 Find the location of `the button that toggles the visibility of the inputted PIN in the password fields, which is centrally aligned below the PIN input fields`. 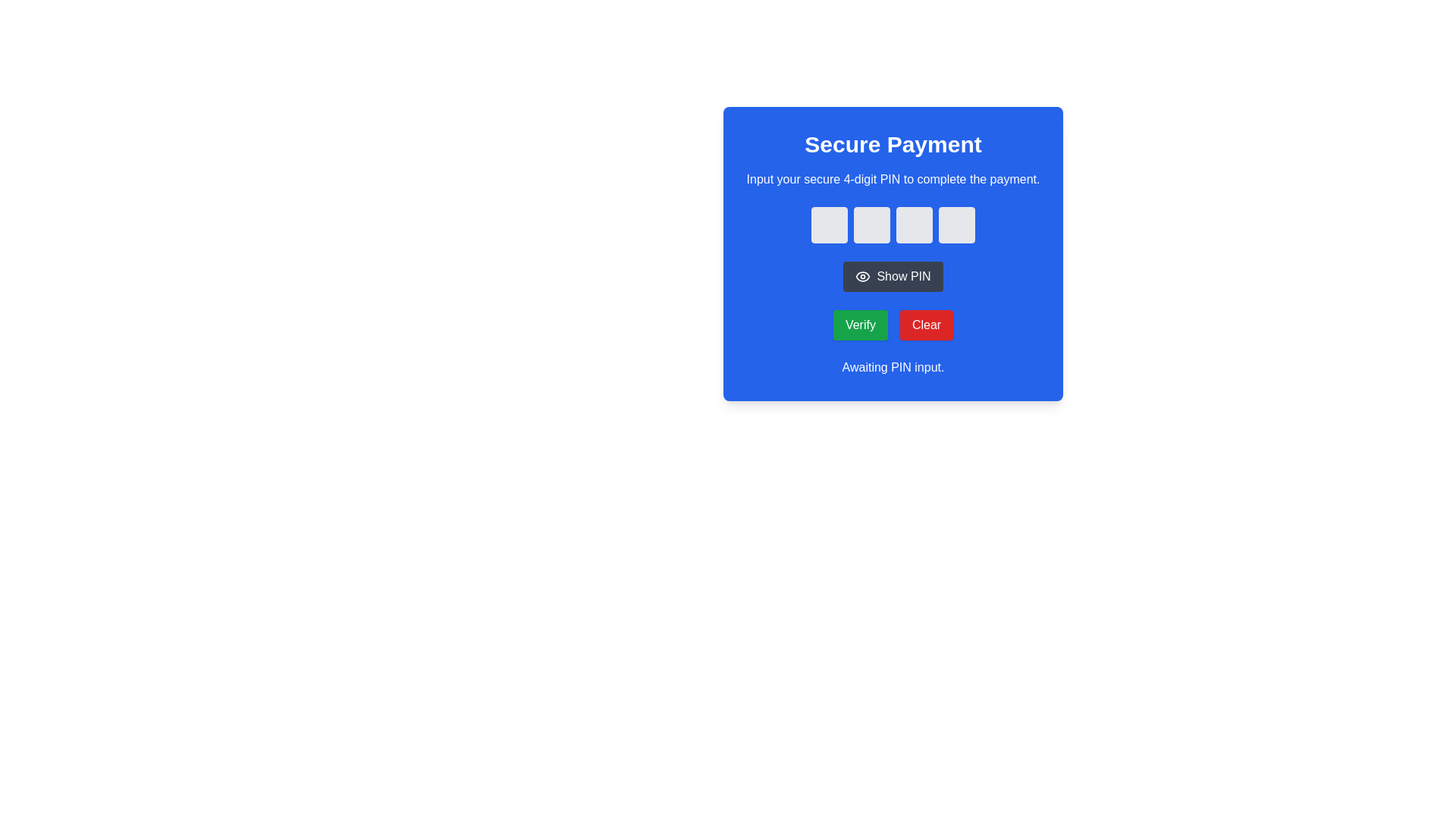

the button that toggles the visibility of the inputted PIN in the password fields, which is centrally aligned below the PIN input fields is located at coordinates (893, 277).